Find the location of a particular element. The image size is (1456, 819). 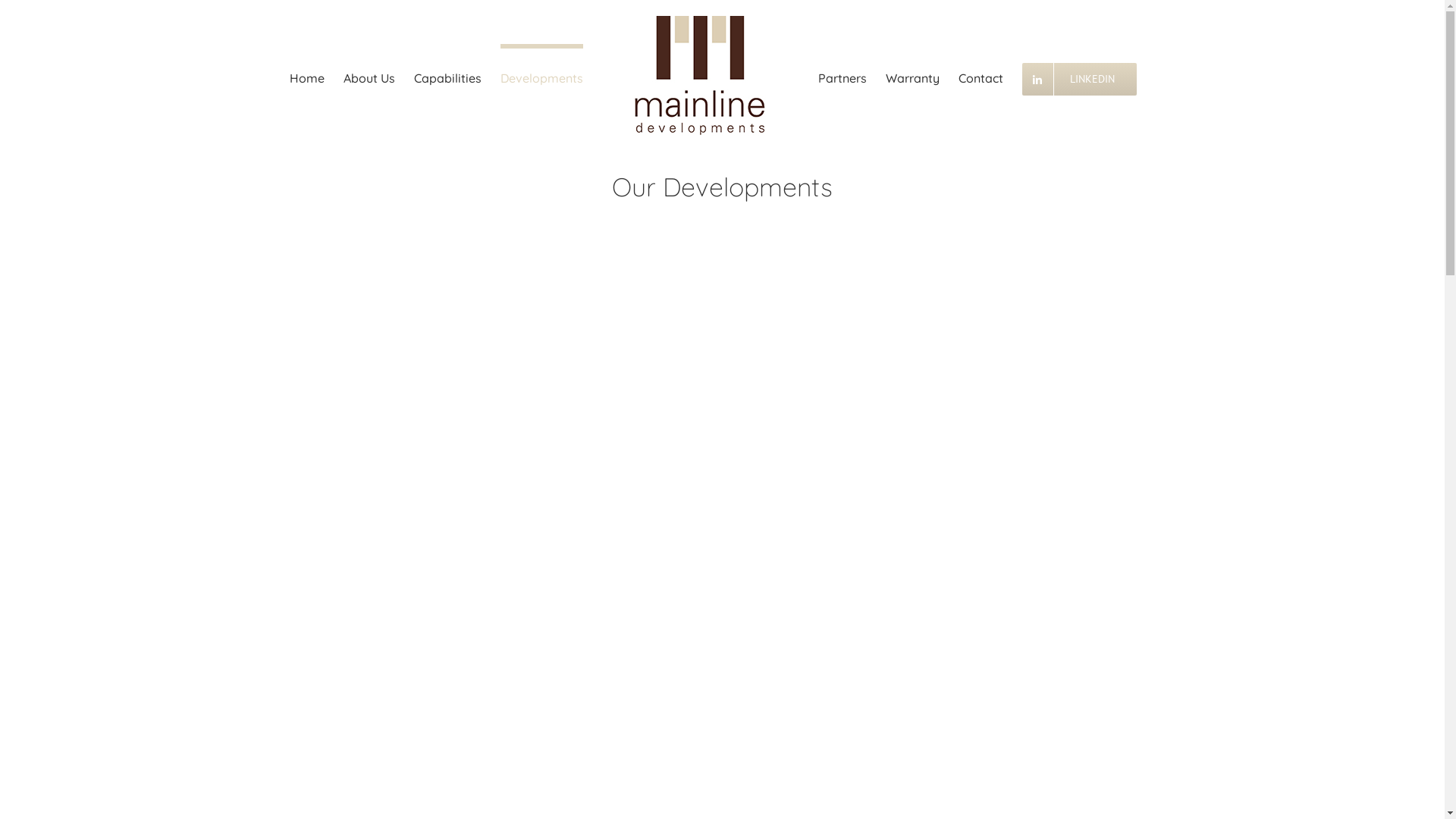

'Partners' is located at coordinates (817, 76).